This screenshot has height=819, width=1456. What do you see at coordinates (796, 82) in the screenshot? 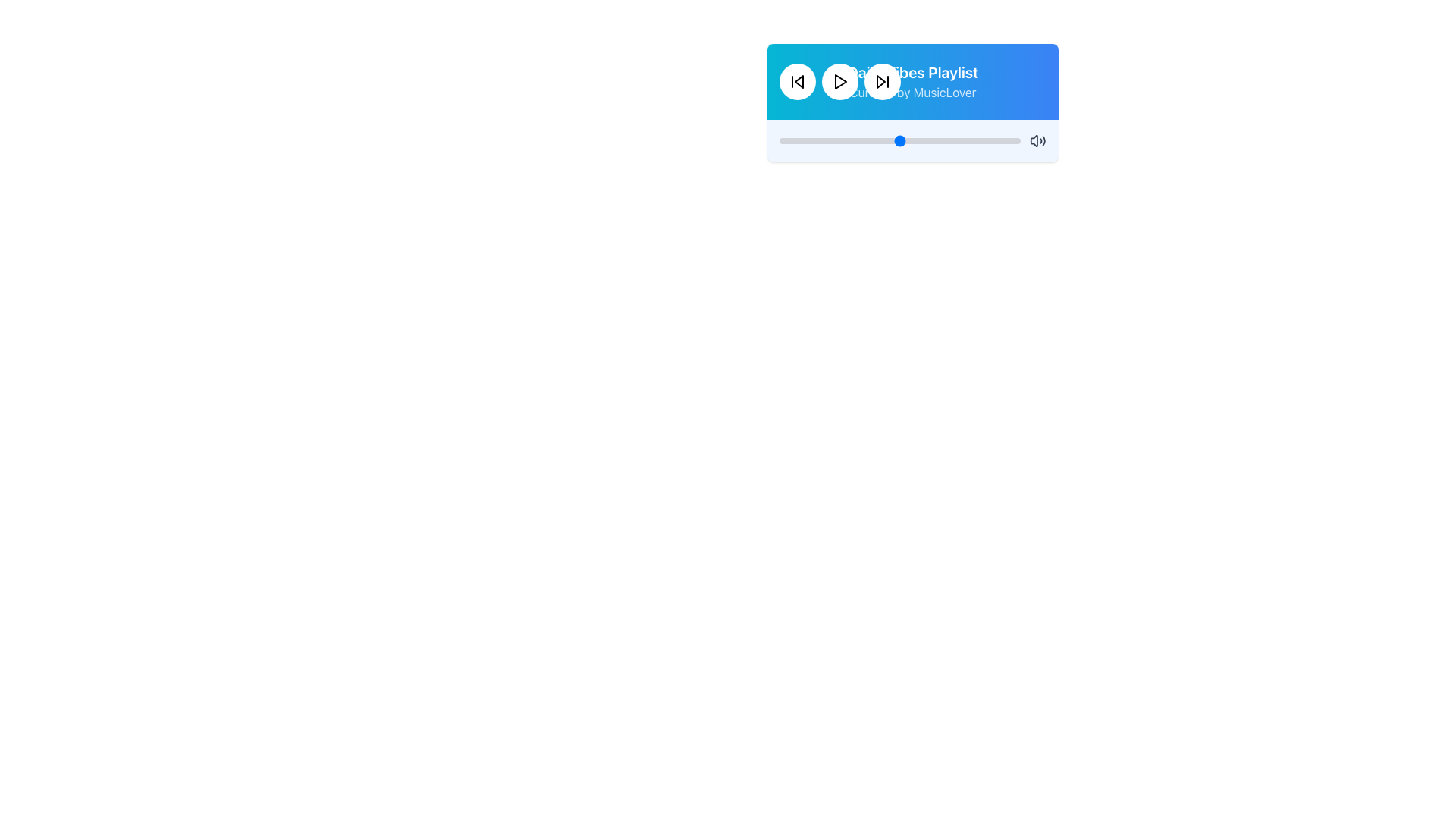
I see `the previous track button in the media player` at bounding box center [796, 82].